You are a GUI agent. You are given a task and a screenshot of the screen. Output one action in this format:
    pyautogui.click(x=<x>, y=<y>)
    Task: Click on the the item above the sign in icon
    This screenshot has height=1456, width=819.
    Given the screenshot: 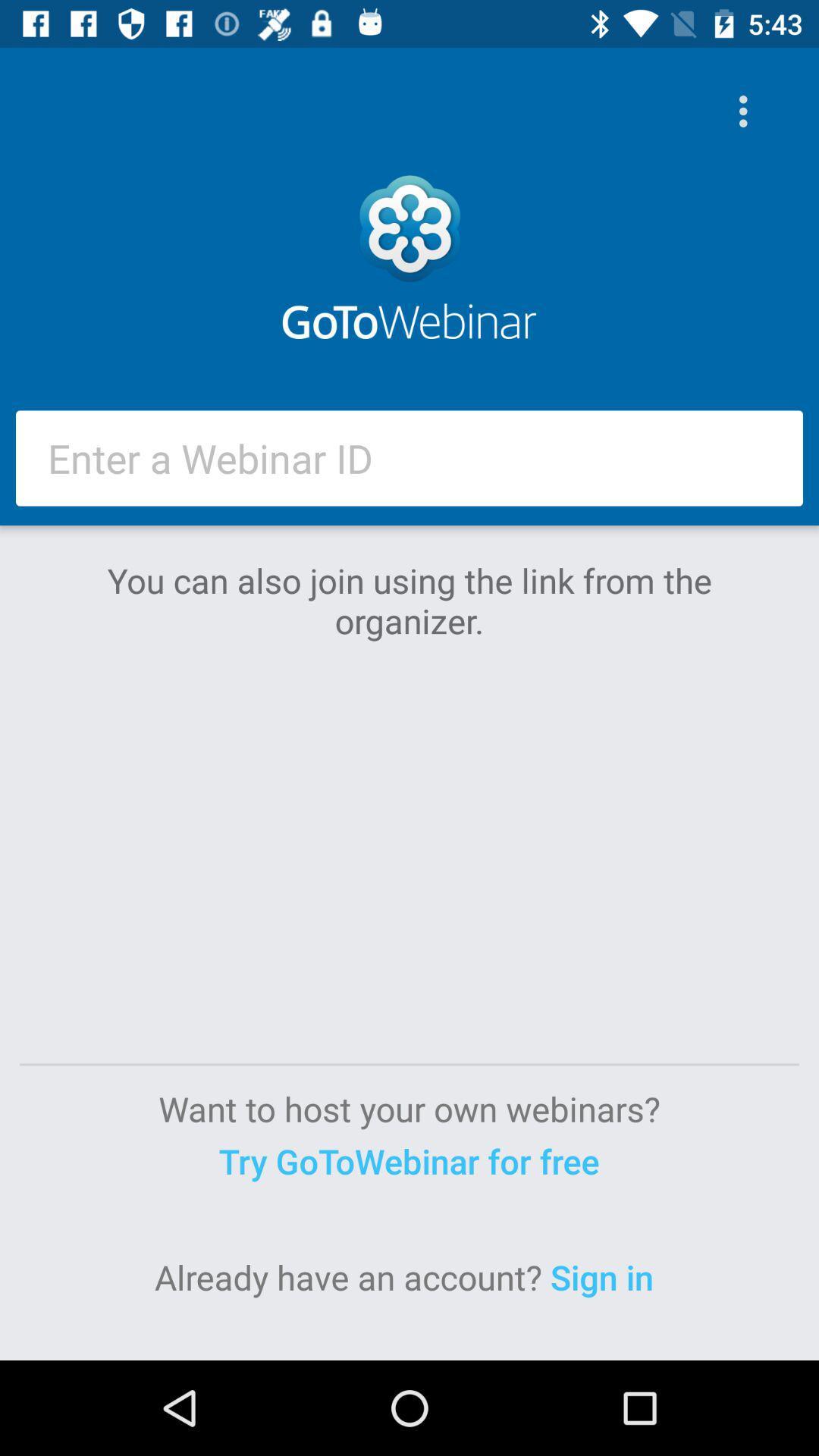 What is the action you would take?
    pyautogui.click(x=408, y=1160)
    